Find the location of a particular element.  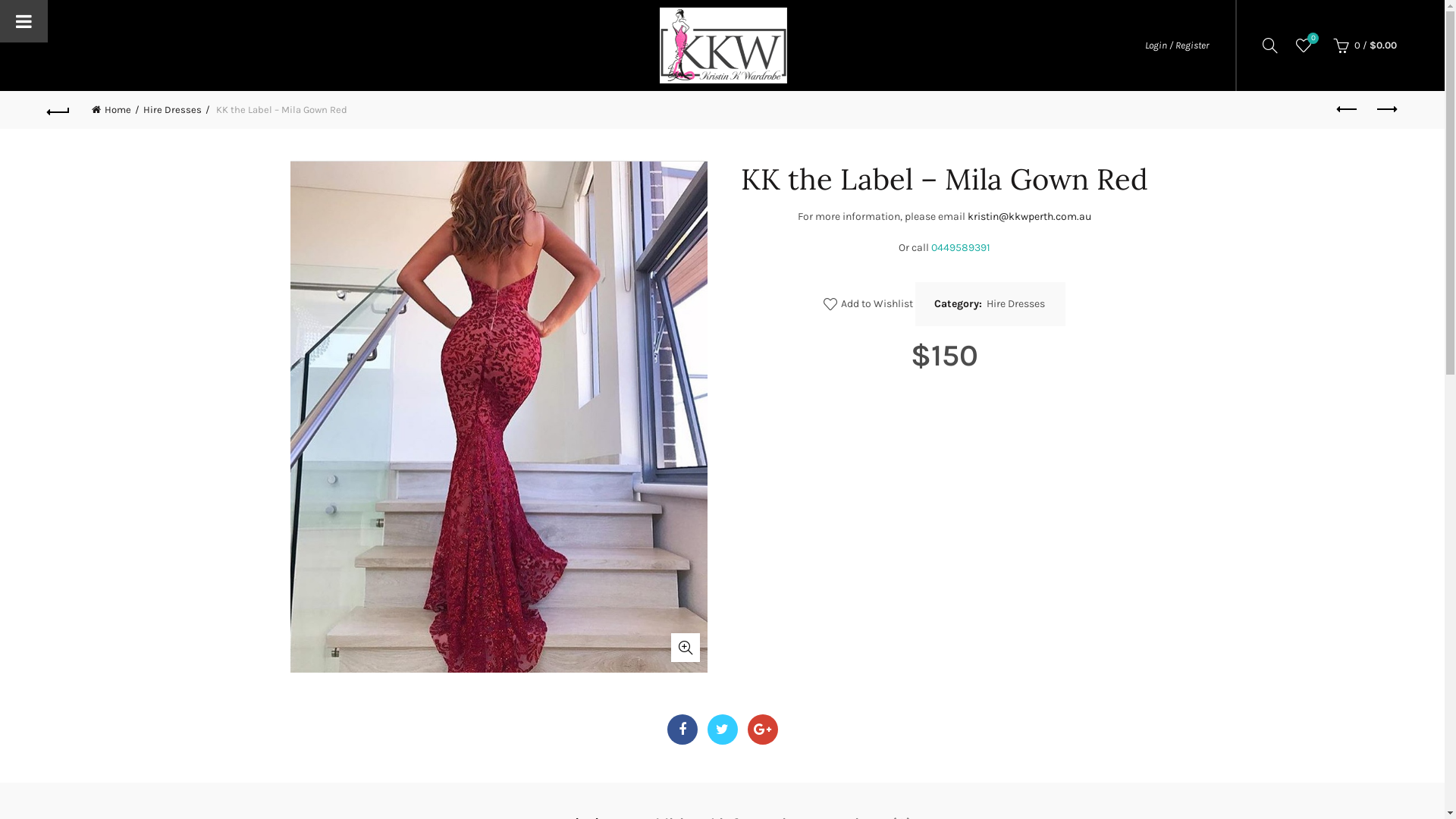

'0449589391' is located at coordinates (930, 246).